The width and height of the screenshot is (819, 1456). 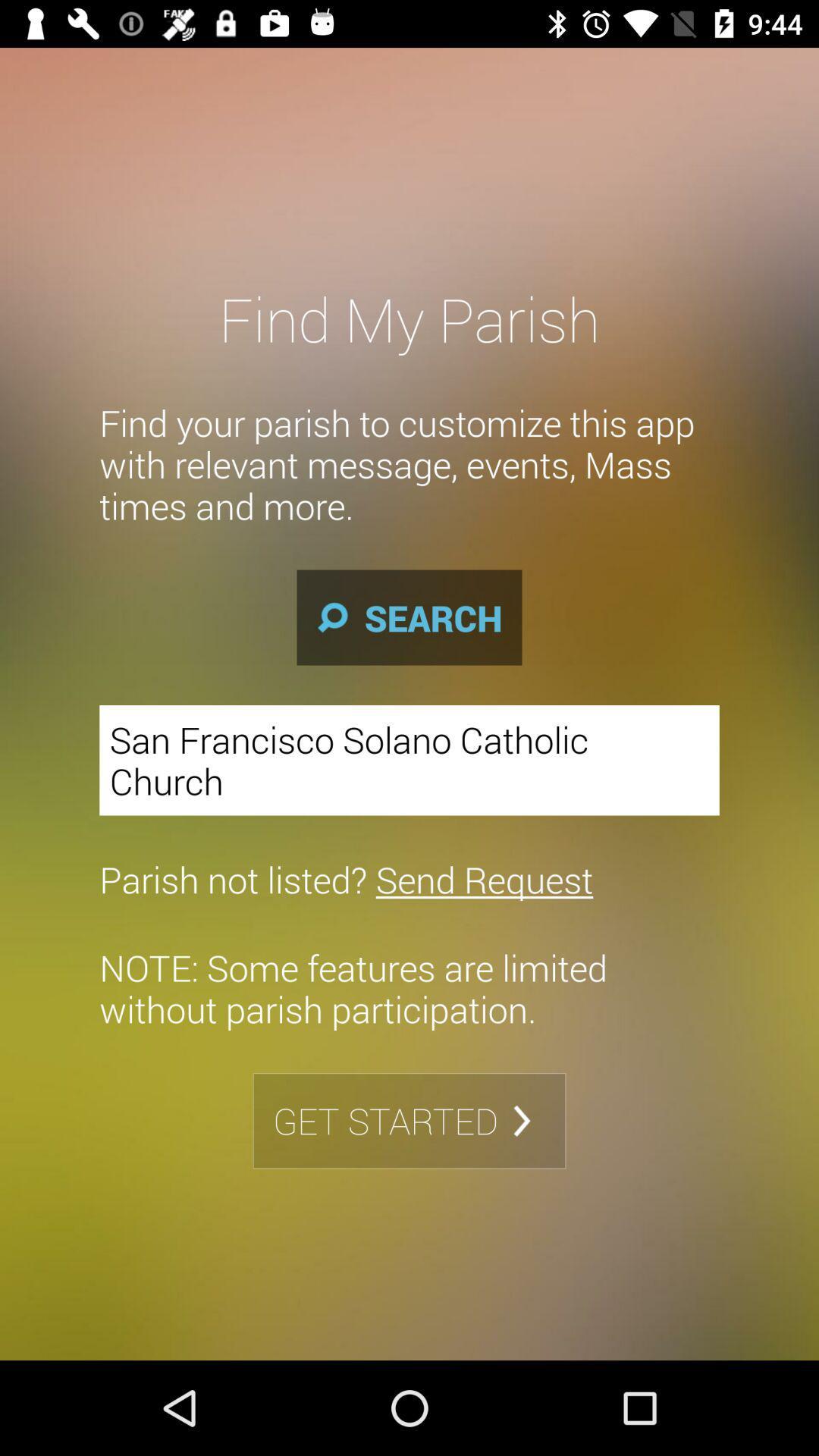 What do you see at coordinates (409, 617) in the screenshot?
I see `icon below find your parish item` at bounding box center [409, 617].